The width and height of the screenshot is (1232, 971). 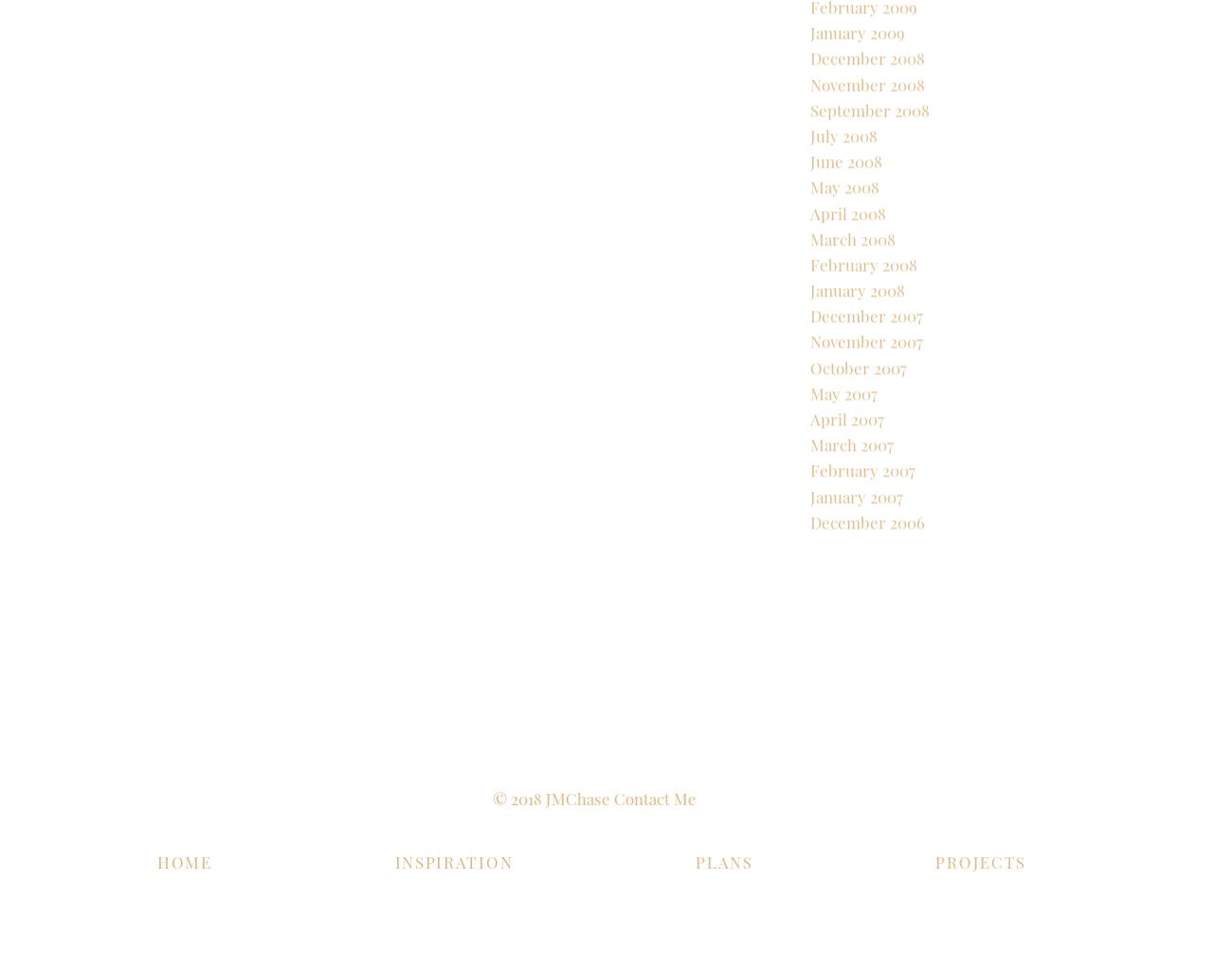 What do you see at coordinates (810, 45) in the screenshot?
I see `'March 2009'` at bounding box center [810, 45].